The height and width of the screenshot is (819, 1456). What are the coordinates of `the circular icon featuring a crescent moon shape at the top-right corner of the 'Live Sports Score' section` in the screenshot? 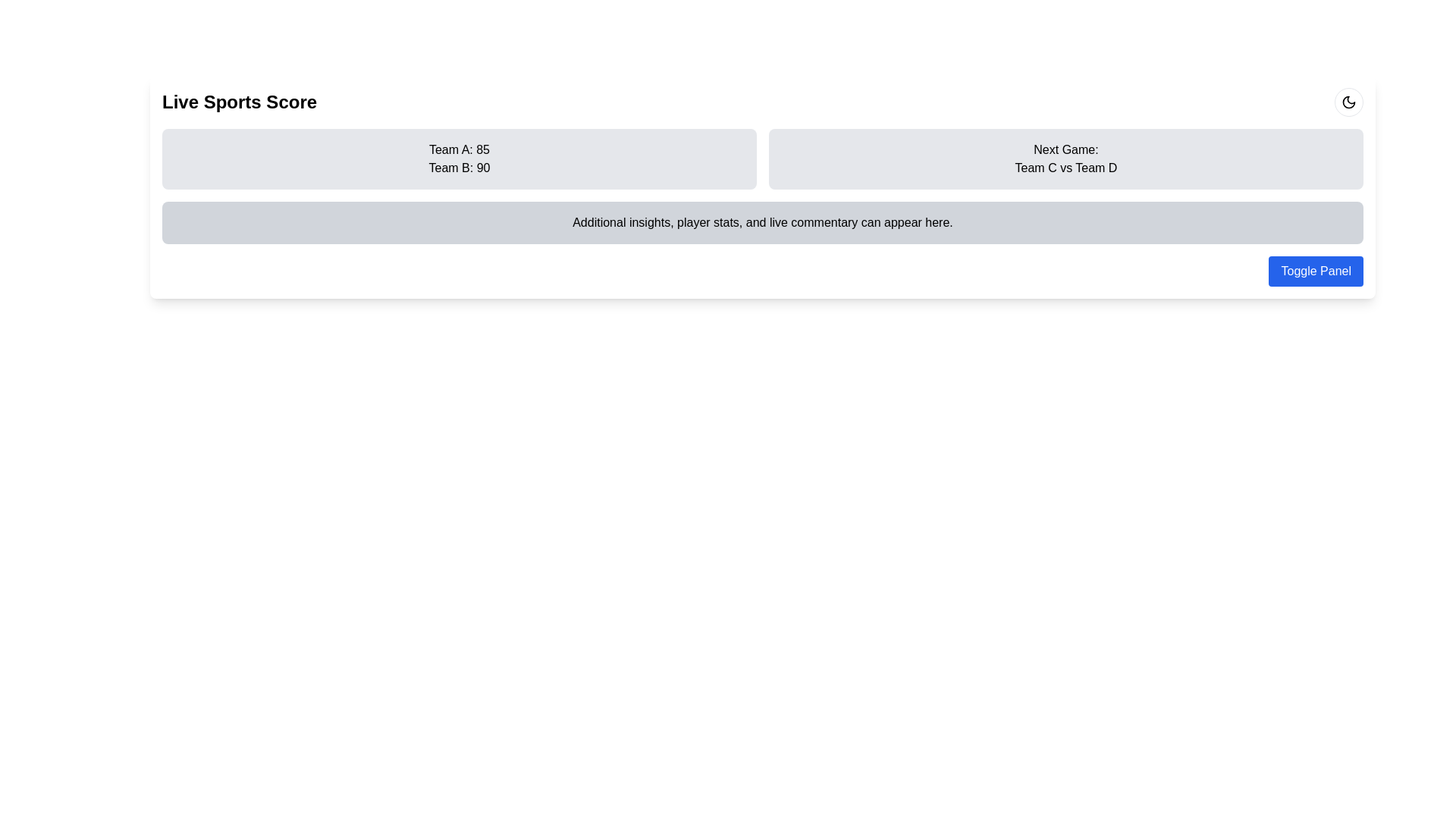 It's located at (1349, 102).